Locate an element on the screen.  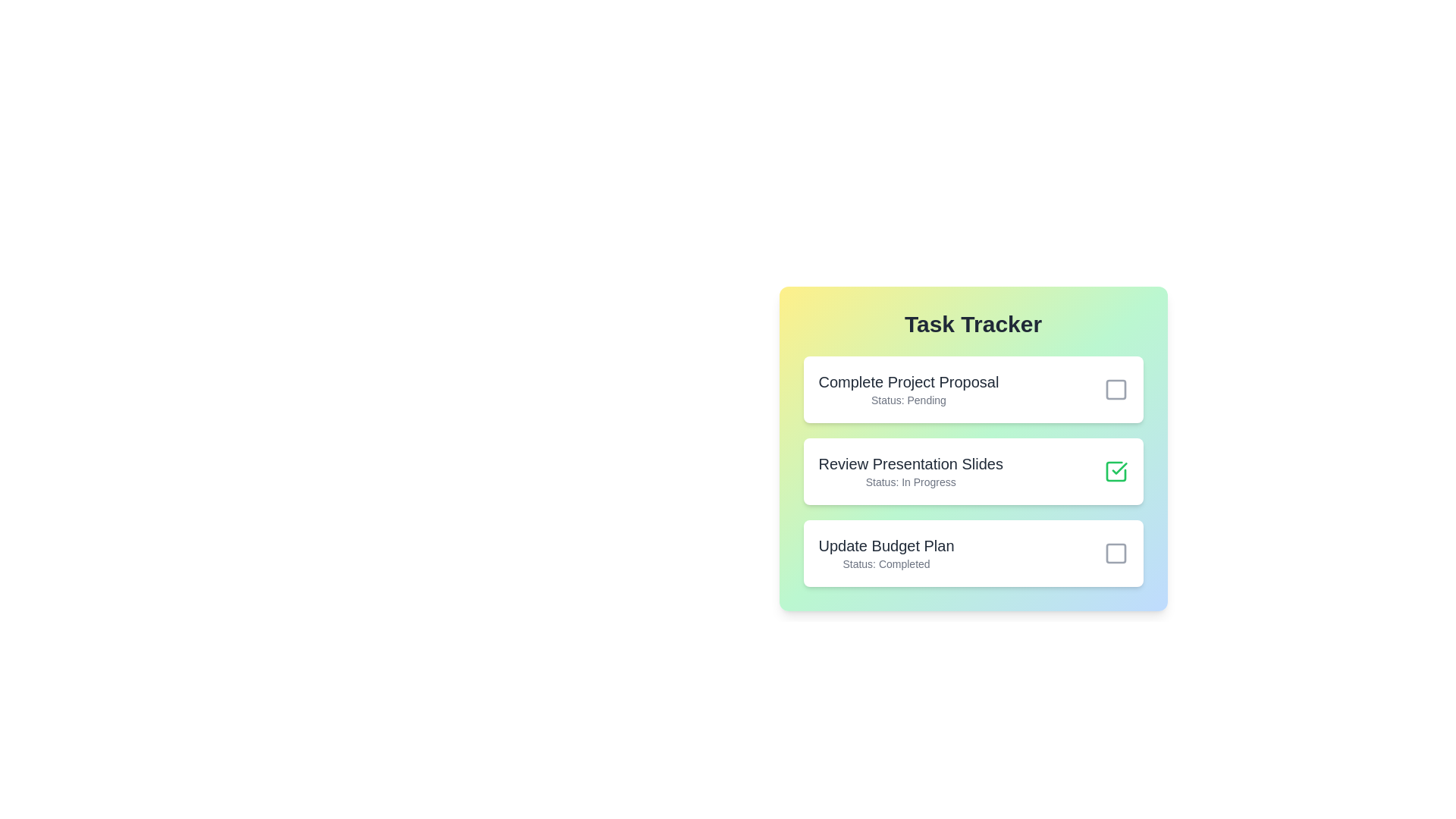
the checkbox corresponding to the task 'Review Presentation Slides' is located at coordinates (1116, 470).